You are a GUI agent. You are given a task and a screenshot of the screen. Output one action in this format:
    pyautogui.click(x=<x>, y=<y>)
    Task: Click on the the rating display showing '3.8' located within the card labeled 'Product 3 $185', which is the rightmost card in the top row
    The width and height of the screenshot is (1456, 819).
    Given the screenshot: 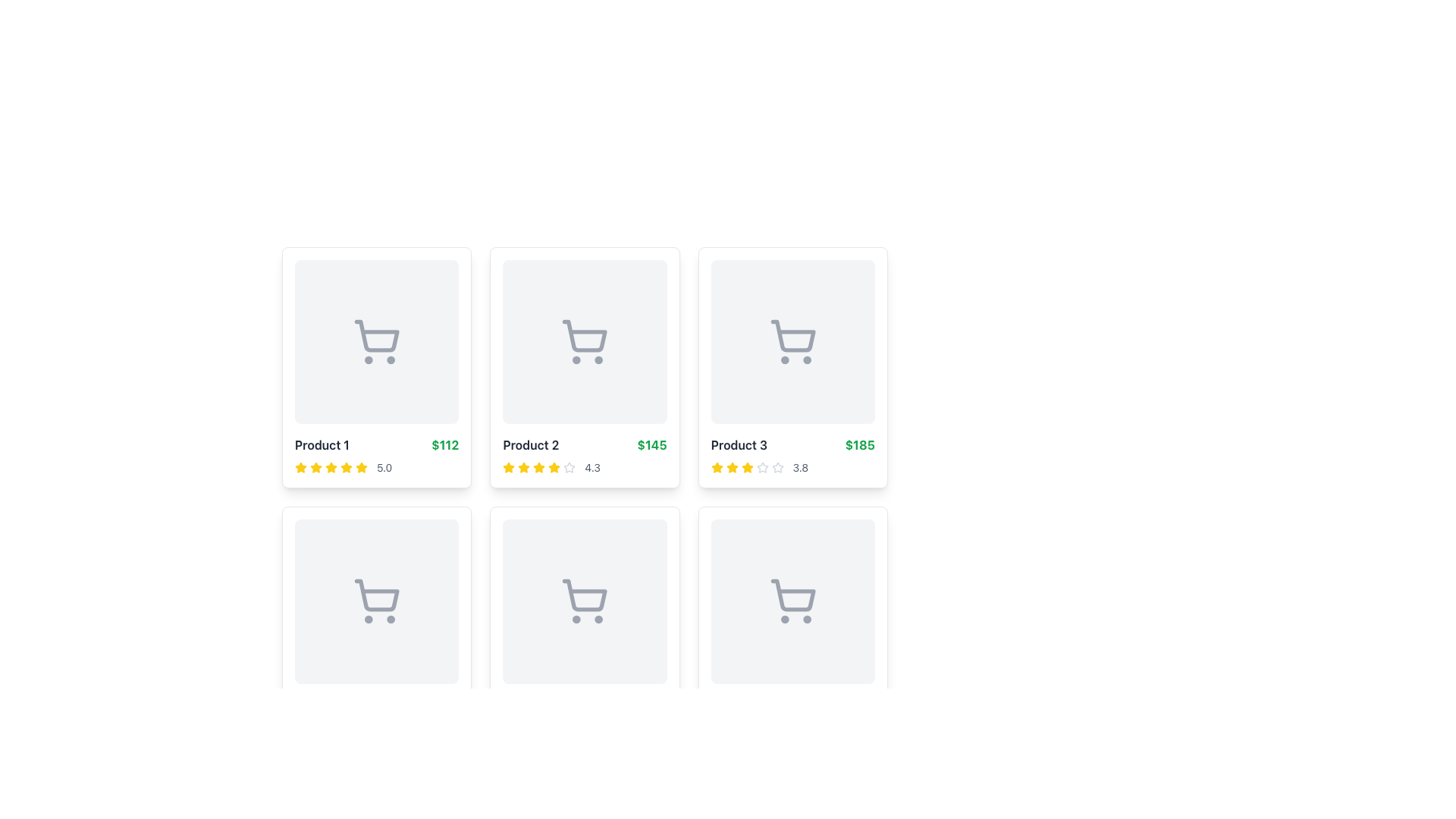 What is the action you would take?
    pyautogui.click(x=792, y=467)
    